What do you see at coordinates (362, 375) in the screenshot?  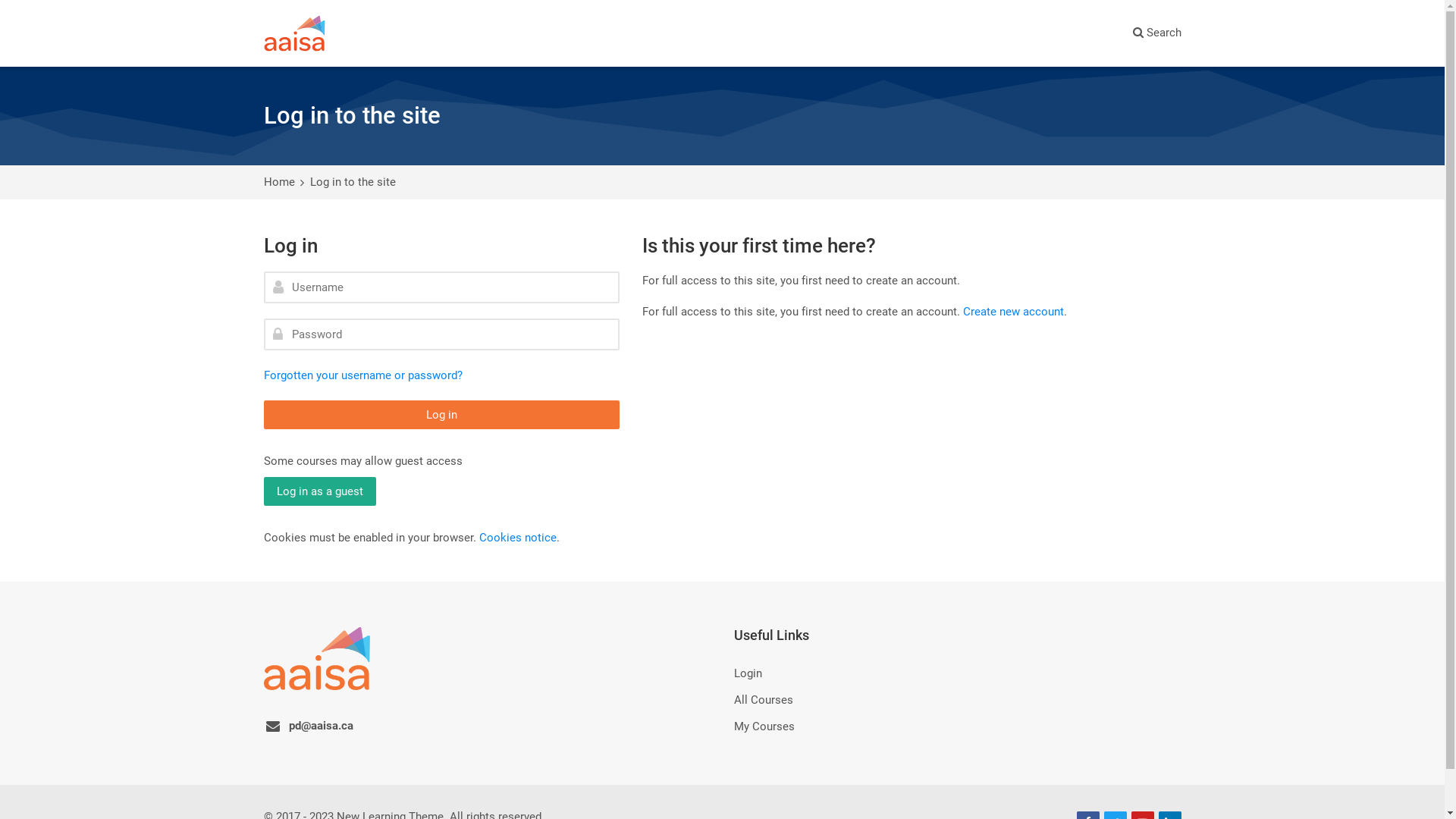 I see `'Forgotten your username or password?'` at bounding box center [362, 375].